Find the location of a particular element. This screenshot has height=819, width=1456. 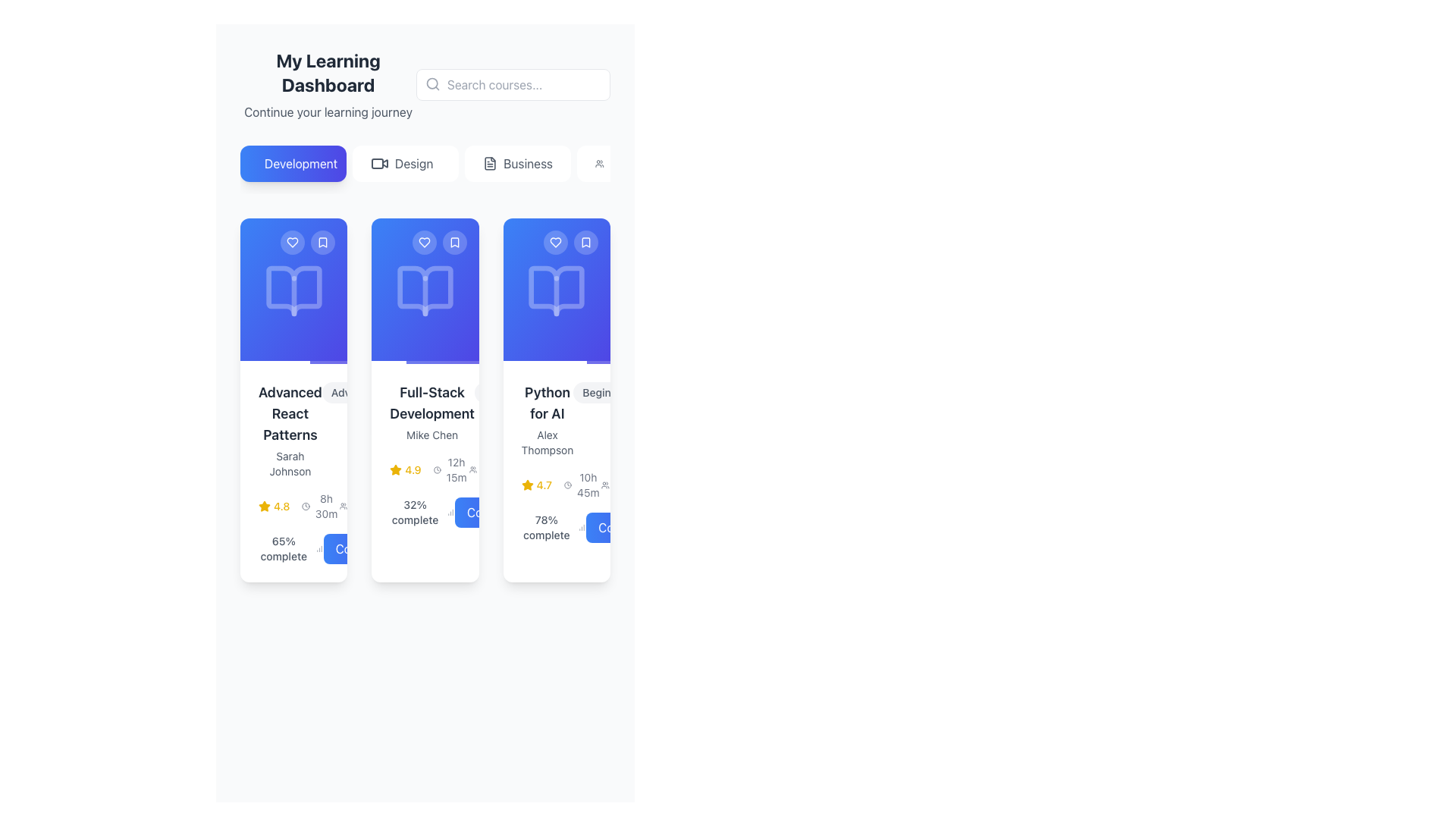

the progress indicator text located at the bottom left corner of the 'Advanced React Patterns' course card is located at coordinates (290, 549).